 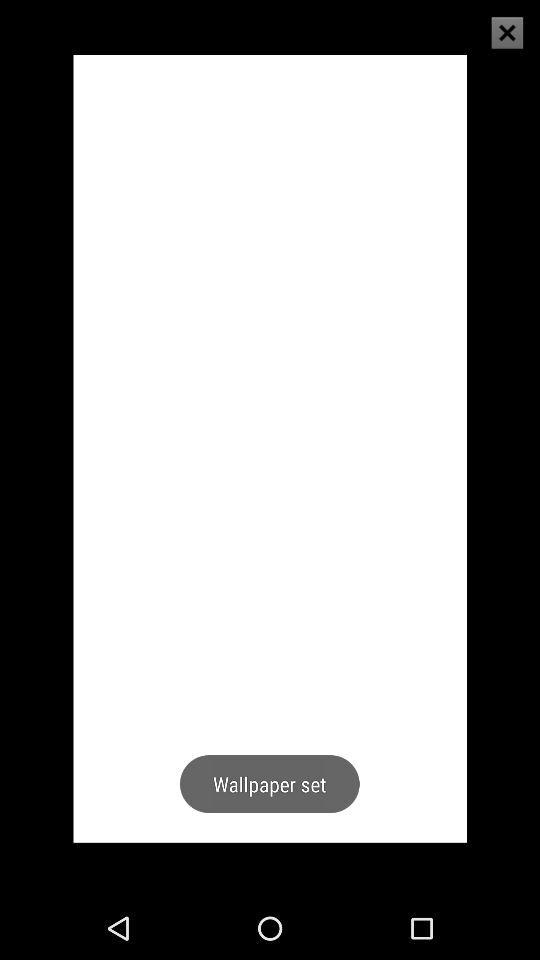 What do you see at coordinates (507, 34) in the screenshot?
I see `the close icon` at bounding box center [507, 34].